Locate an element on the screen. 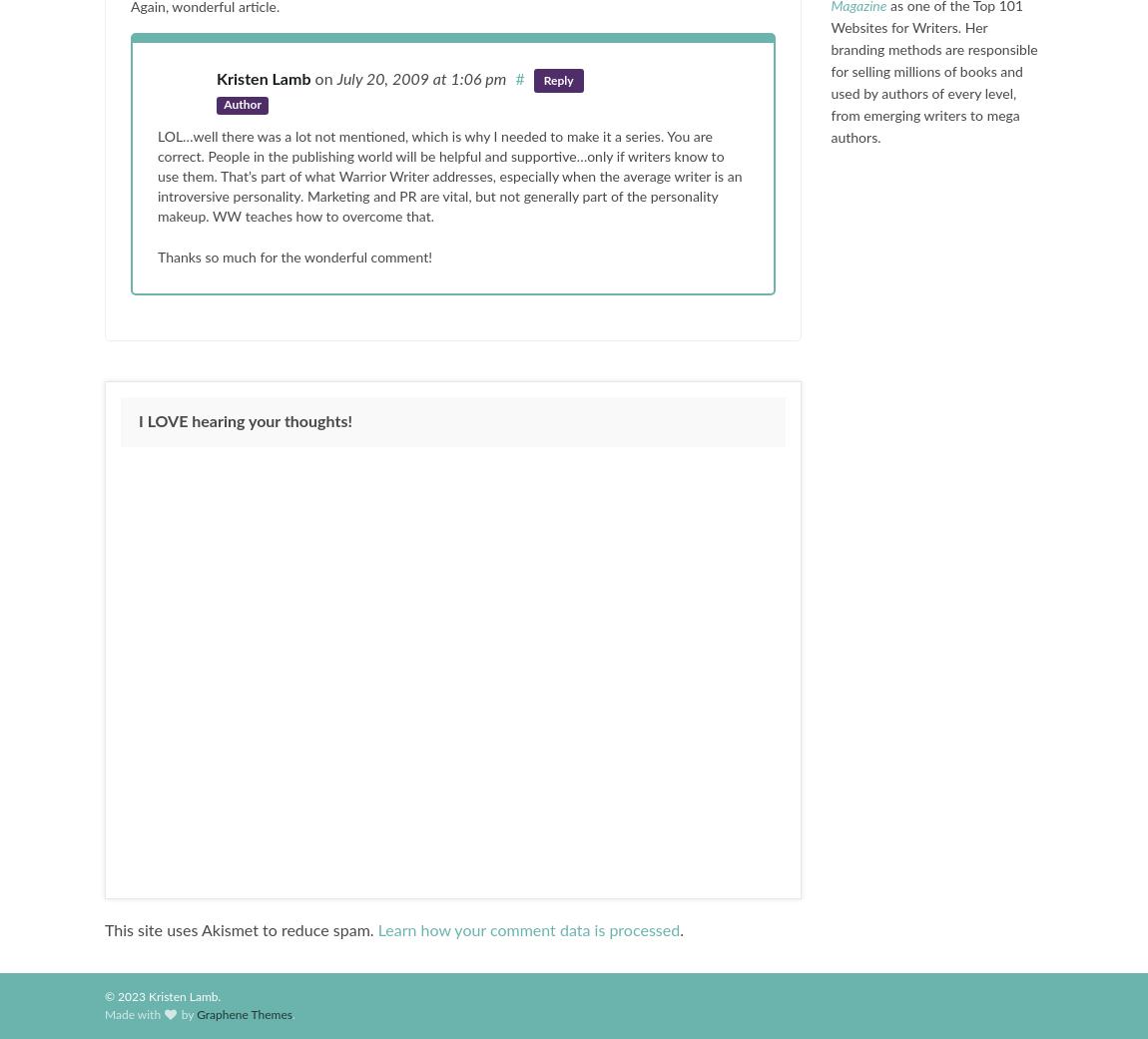 This screenshot has height=1039, width=1148. 'at 1:06 pm' is located at coordinates (431, 78).